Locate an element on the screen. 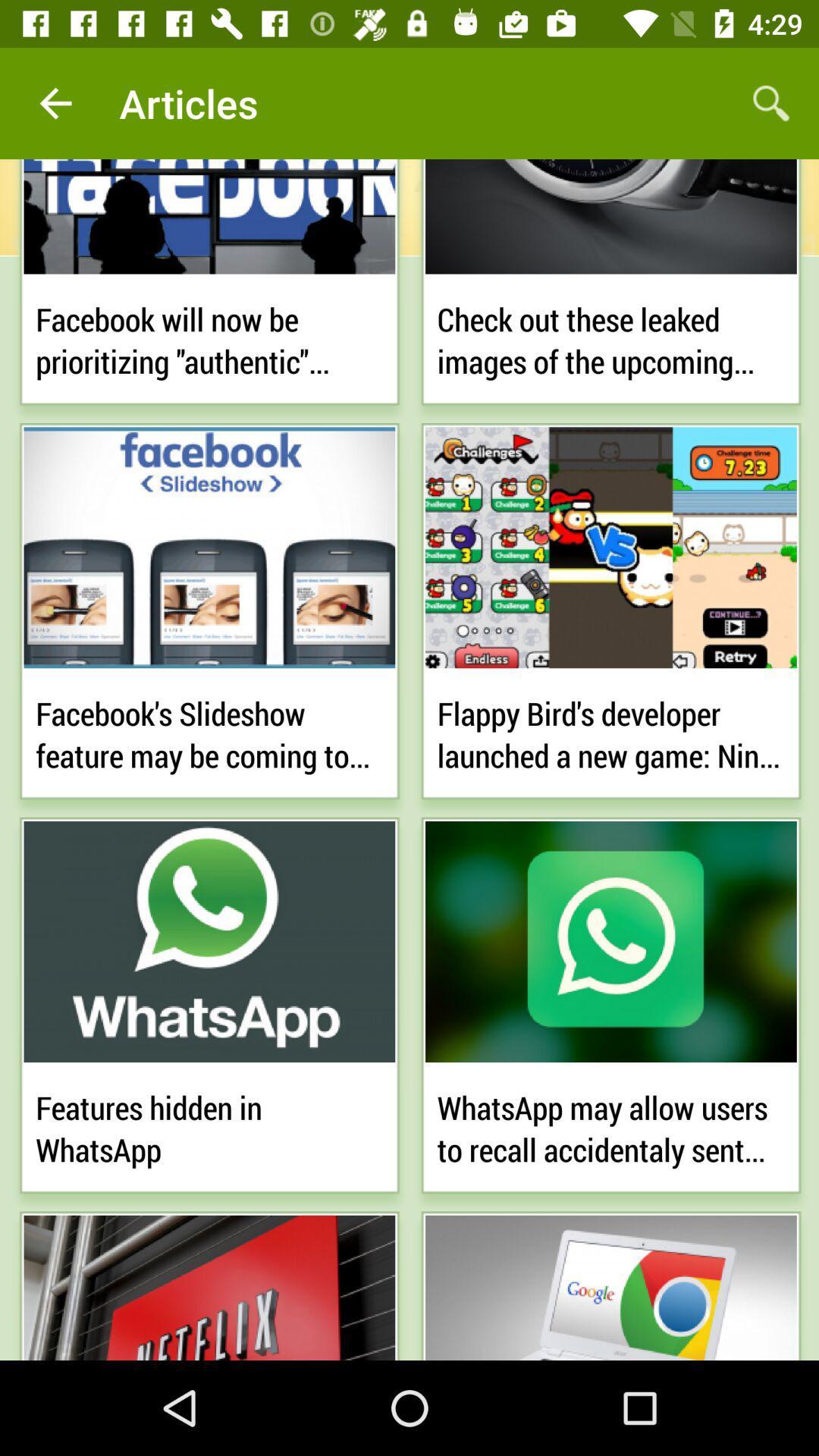  the facebook will now is located at coordinates (209, 337).